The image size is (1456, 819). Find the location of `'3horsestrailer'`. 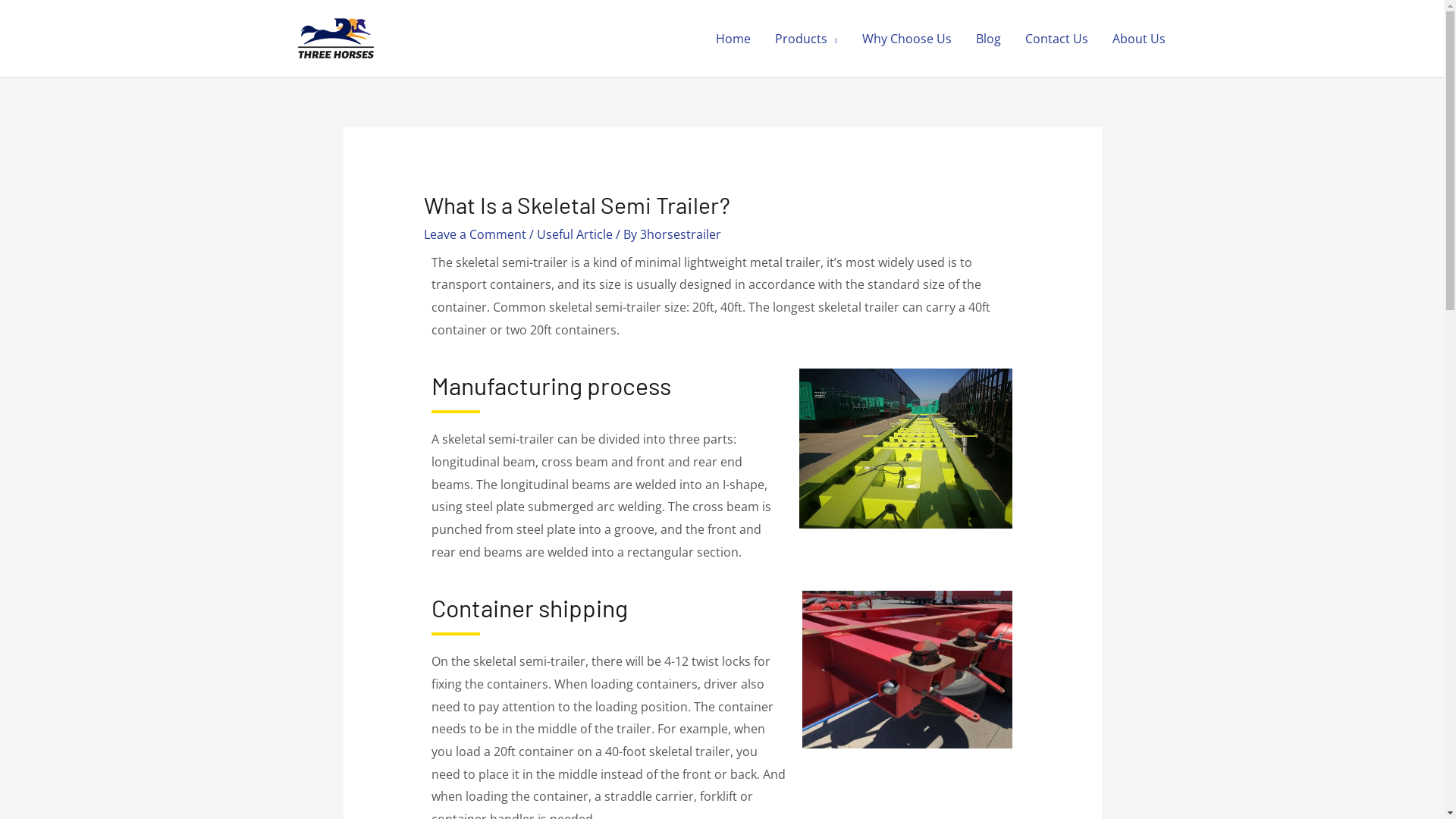

'3horsestrailer' is located at coordinates (640, 234).